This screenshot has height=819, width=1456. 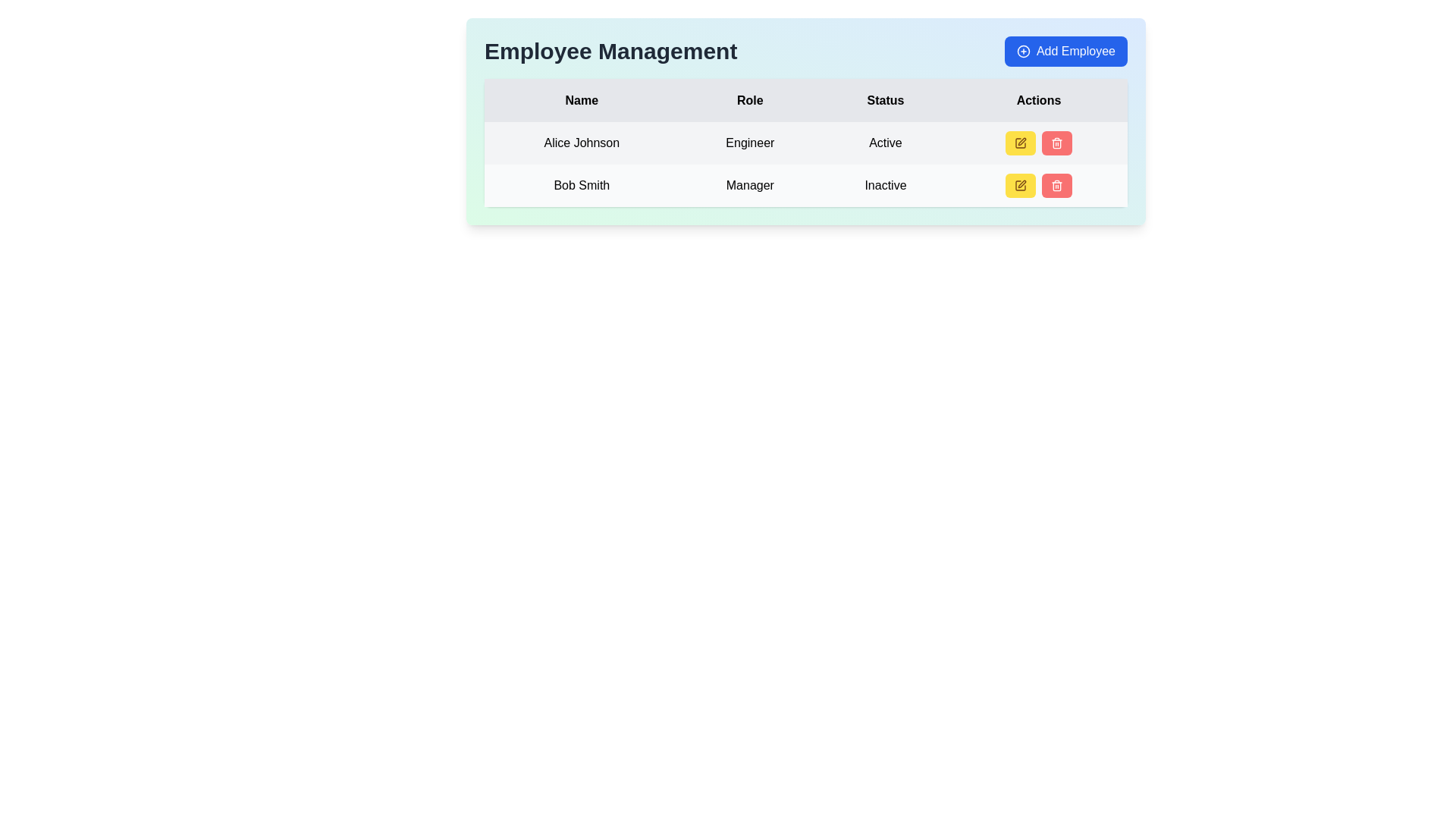 What do you see at coordinates (1023, 51) in the screenshot?
I see `the '+' icon within the 'Add Employee' button located at the top-right corner of the interface` at bounding box center [1023, 51].